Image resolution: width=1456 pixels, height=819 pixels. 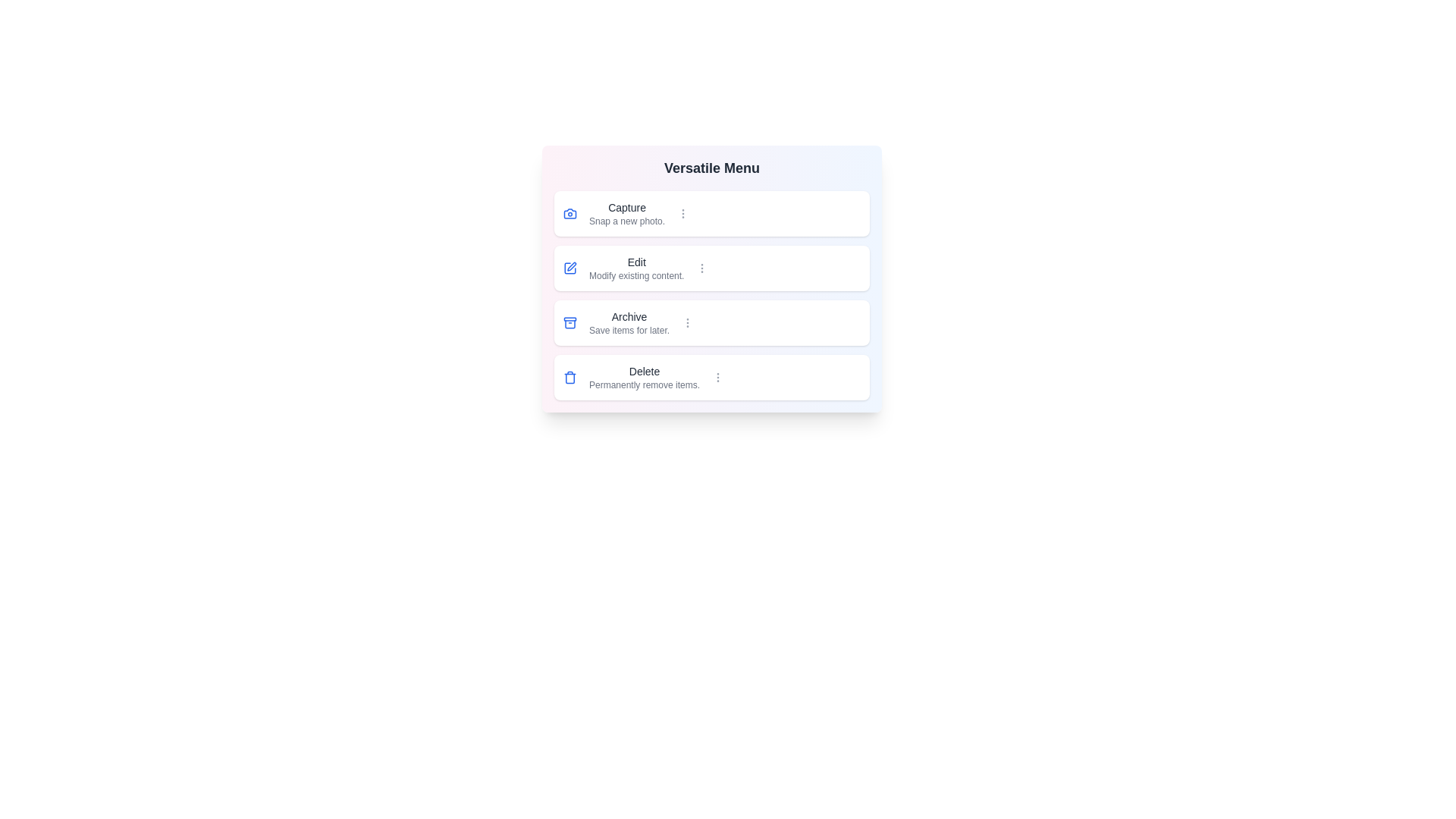 I want to click on the menu item labeled Delete to select it, so click(x=711, y=376).